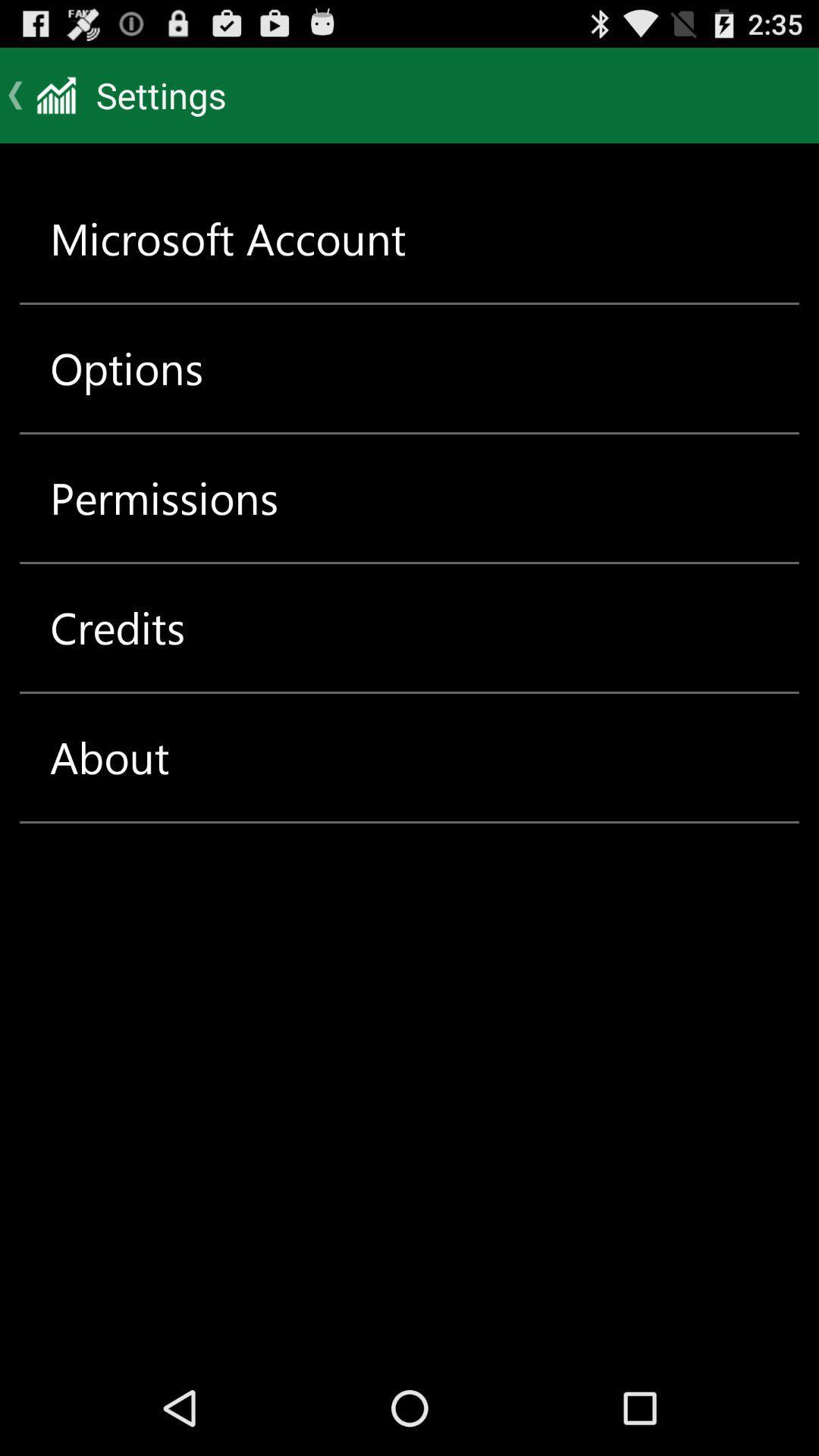 This screenshot has width=819, height=1456. Describe the element at coordinates (126, 368) in the screenshot. I see `options` at that location.